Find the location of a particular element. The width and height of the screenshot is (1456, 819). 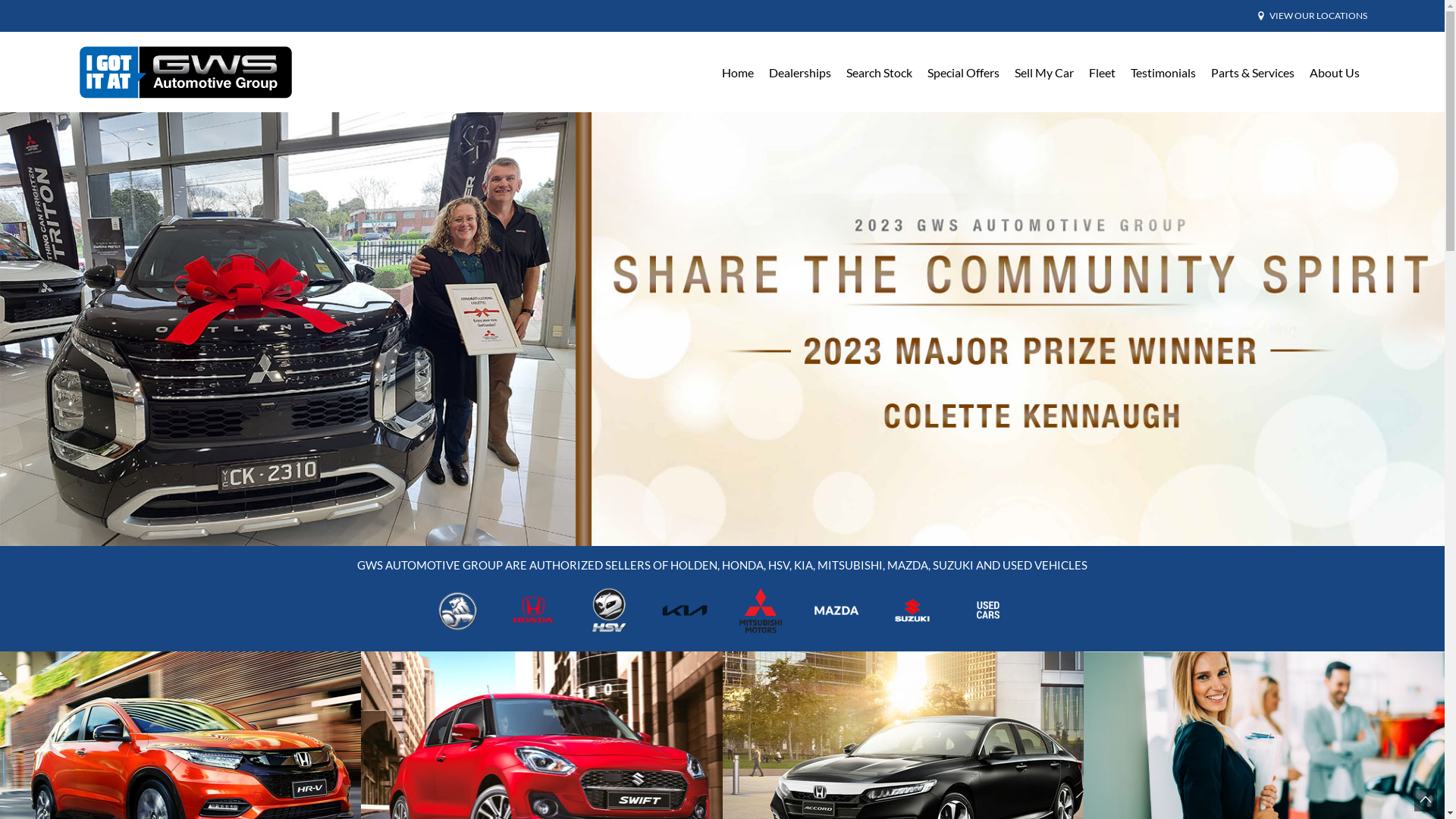

'Home' is located at coordinates (738, 72).